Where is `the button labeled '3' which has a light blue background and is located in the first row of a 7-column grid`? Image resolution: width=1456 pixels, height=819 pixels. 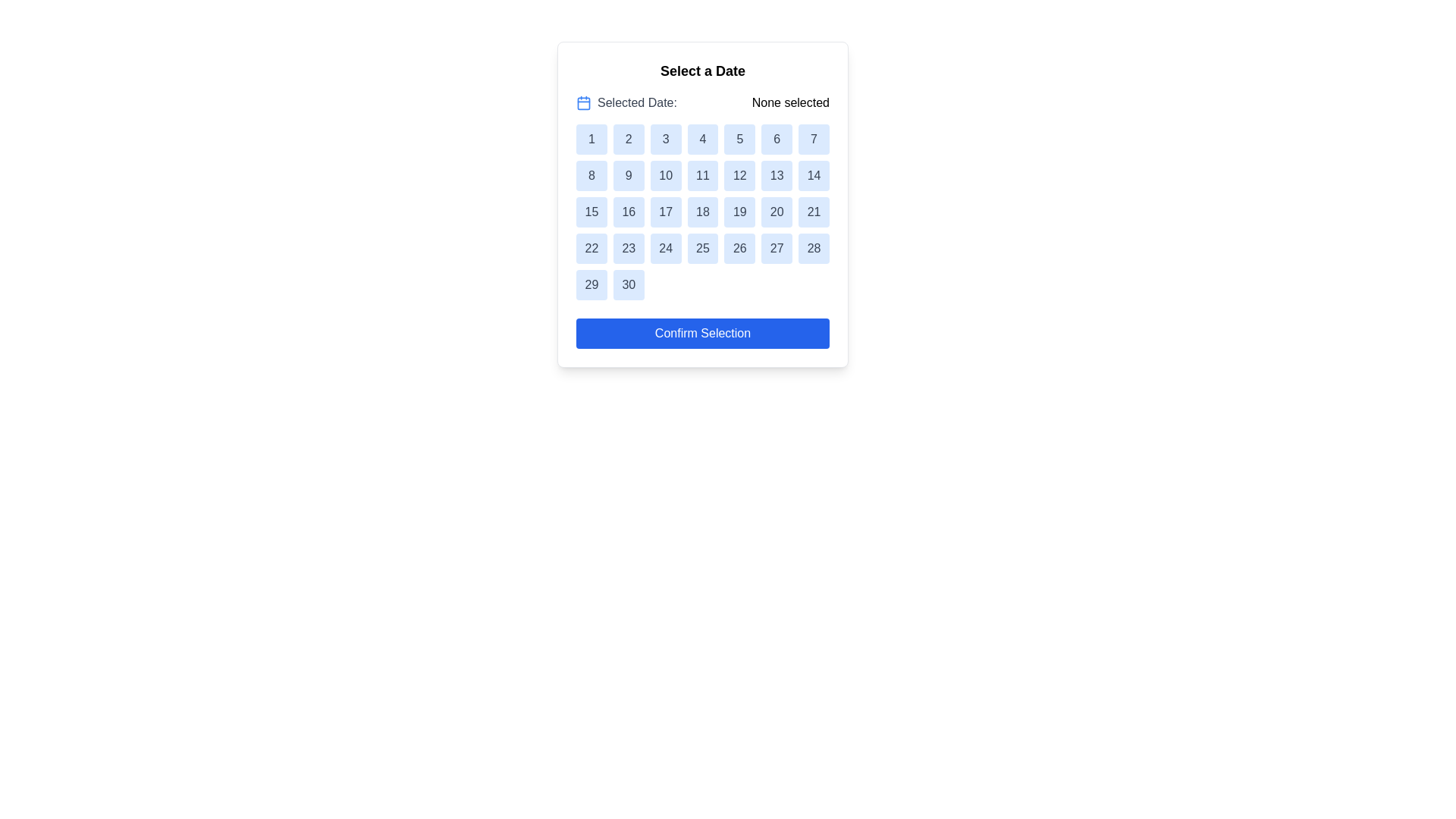 the button labeled '3' which has a light blue background and is located in the first row of a 7-column grid is located at coordinates (666, 140).